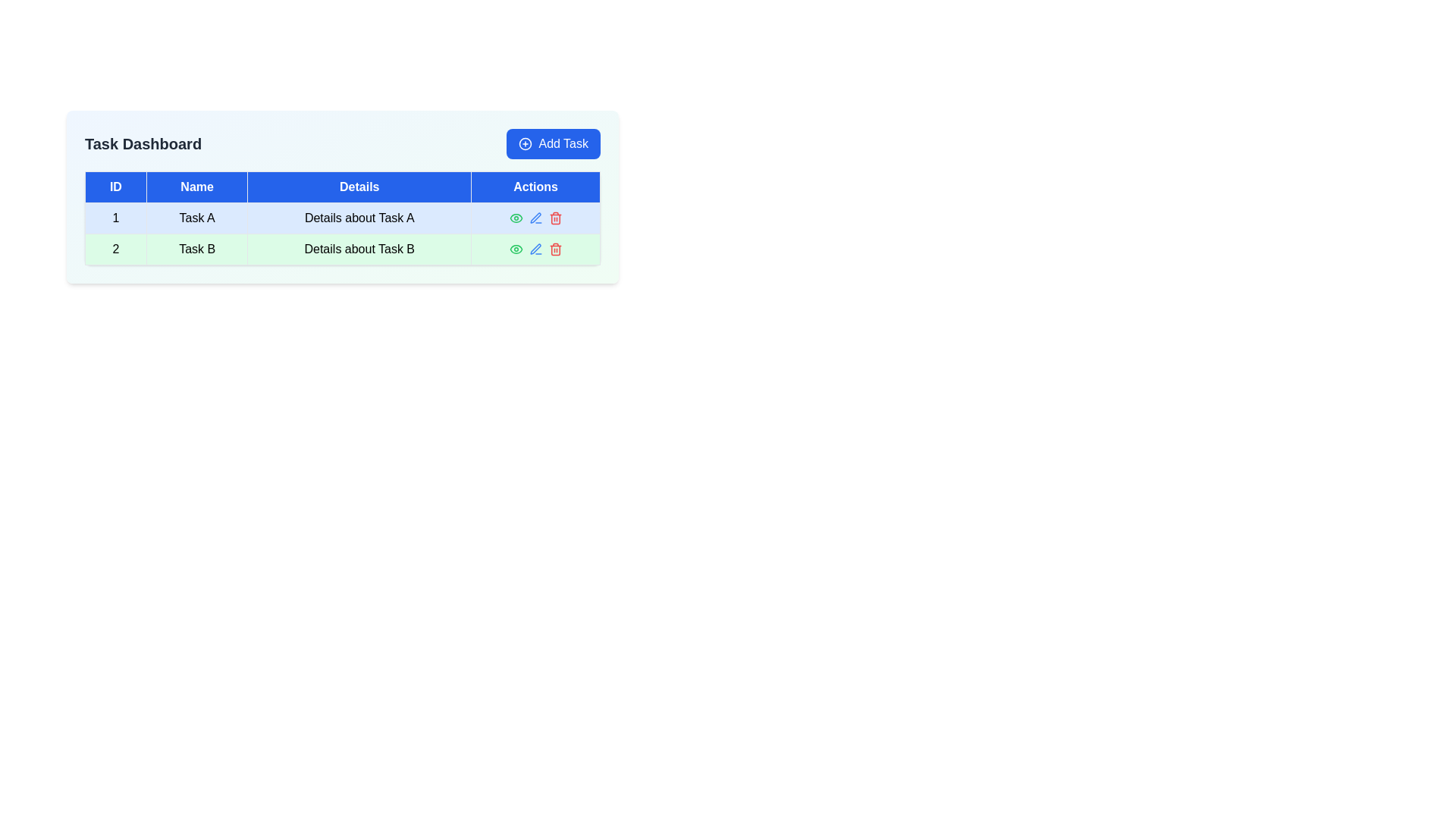 Image resolution: width=1456 pixels, height=819 pixels. I want to click on a cell in the table with a white background and blue header row, so click(341, 218).